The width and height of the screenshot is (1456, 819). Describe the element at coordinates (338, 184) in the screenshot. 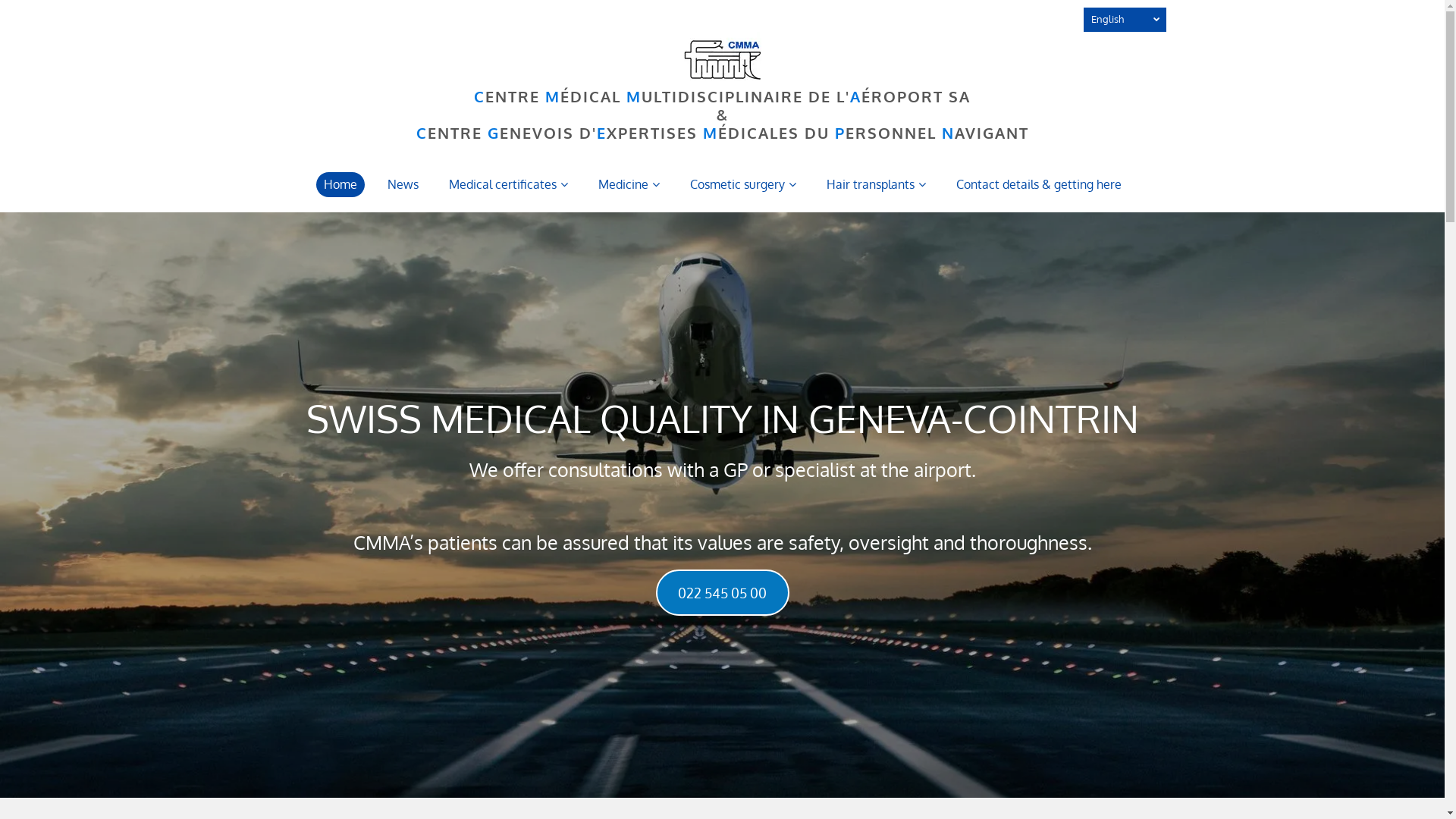

I see `'Home'` at that location.